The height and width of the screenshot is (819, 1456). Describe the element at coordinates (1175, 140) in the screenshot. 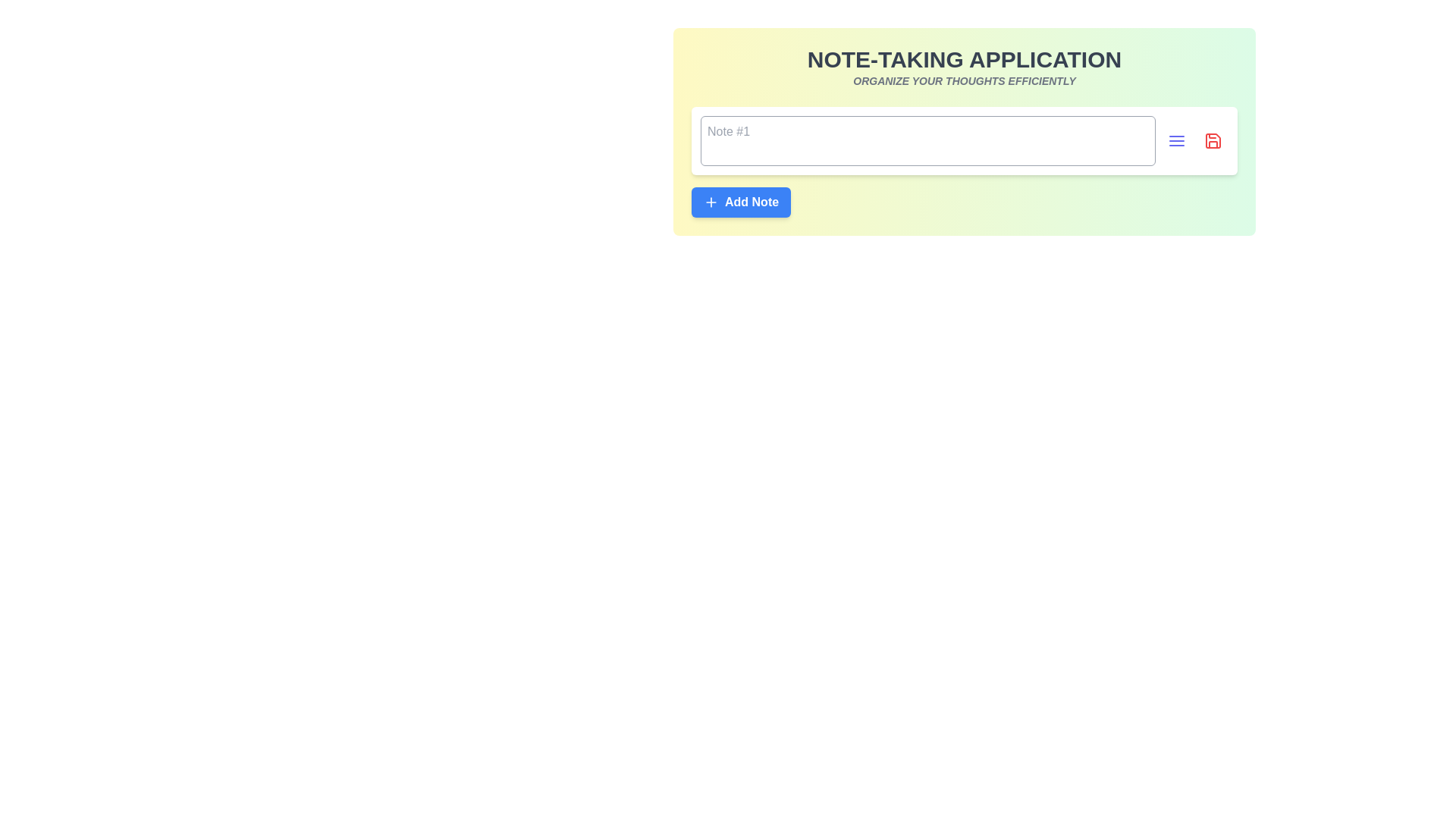

I see `the formatting options button located to the right of the input box, which is the second button from the left` at that location.